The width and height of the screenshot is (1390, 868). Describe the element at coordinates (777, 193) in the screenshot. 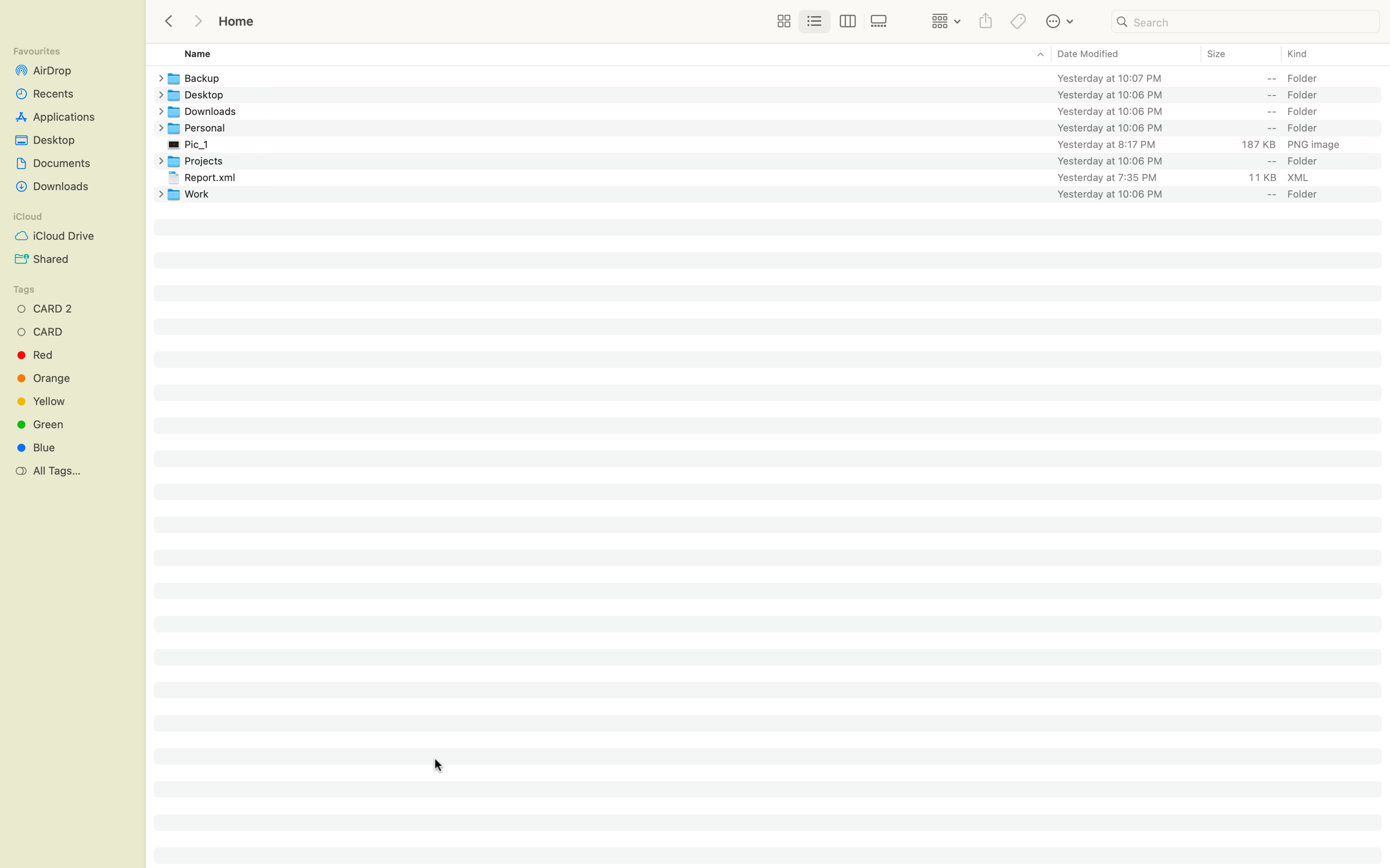

I see `Delete the last folder in the list using right click` at that location.